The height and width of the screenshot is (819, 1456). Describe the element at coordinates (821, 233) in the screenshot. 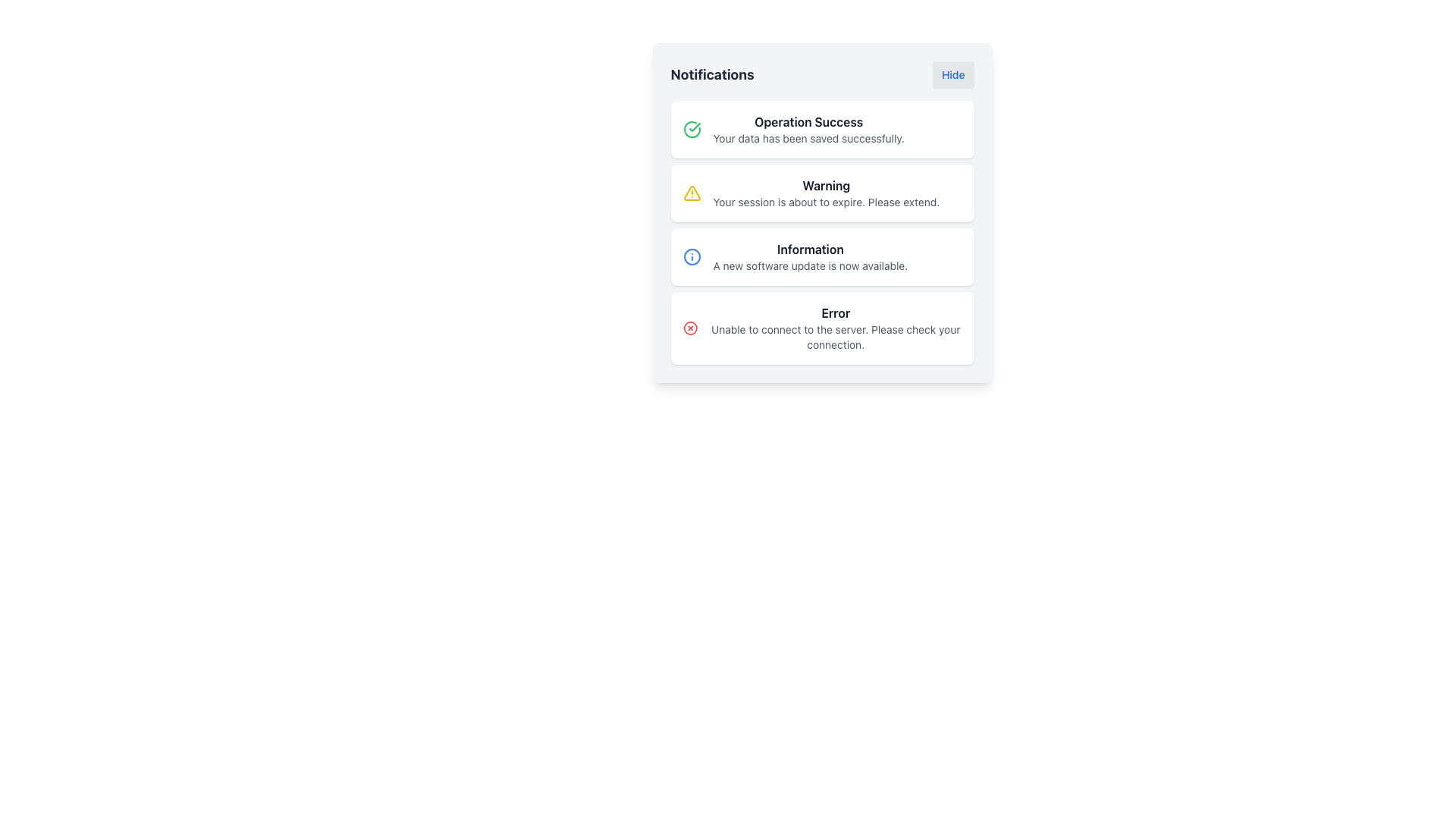

I see `notifications from the third item in the Notification Group, which is located inside the card labeled 'Notifications'` at that location.